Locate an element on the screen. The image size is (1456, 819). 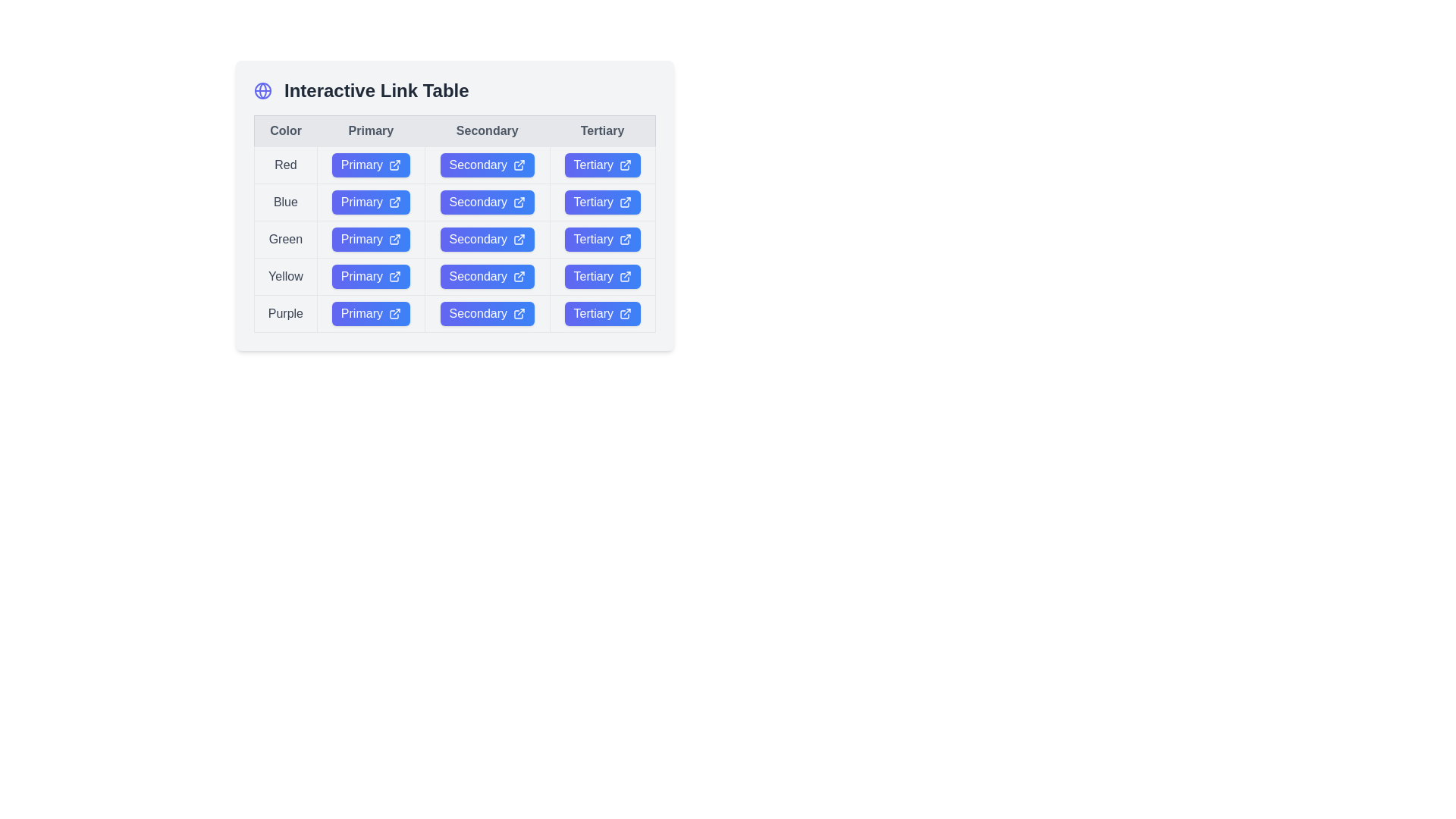
keyboard navigation is located at coordinates (601, 239).